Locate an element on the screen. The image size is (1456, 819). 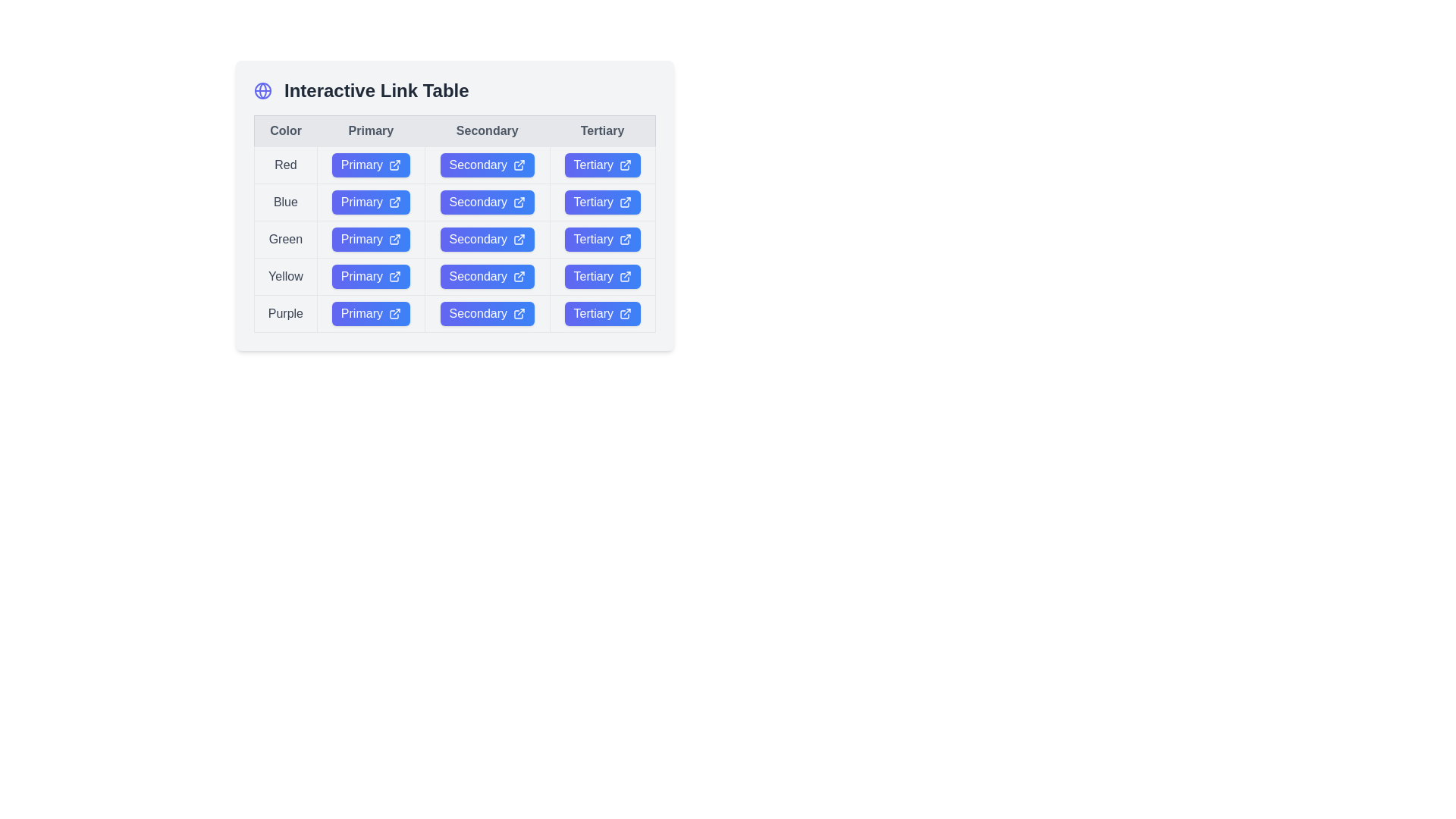
keyboard navigation is located at coordinates (601, 239).